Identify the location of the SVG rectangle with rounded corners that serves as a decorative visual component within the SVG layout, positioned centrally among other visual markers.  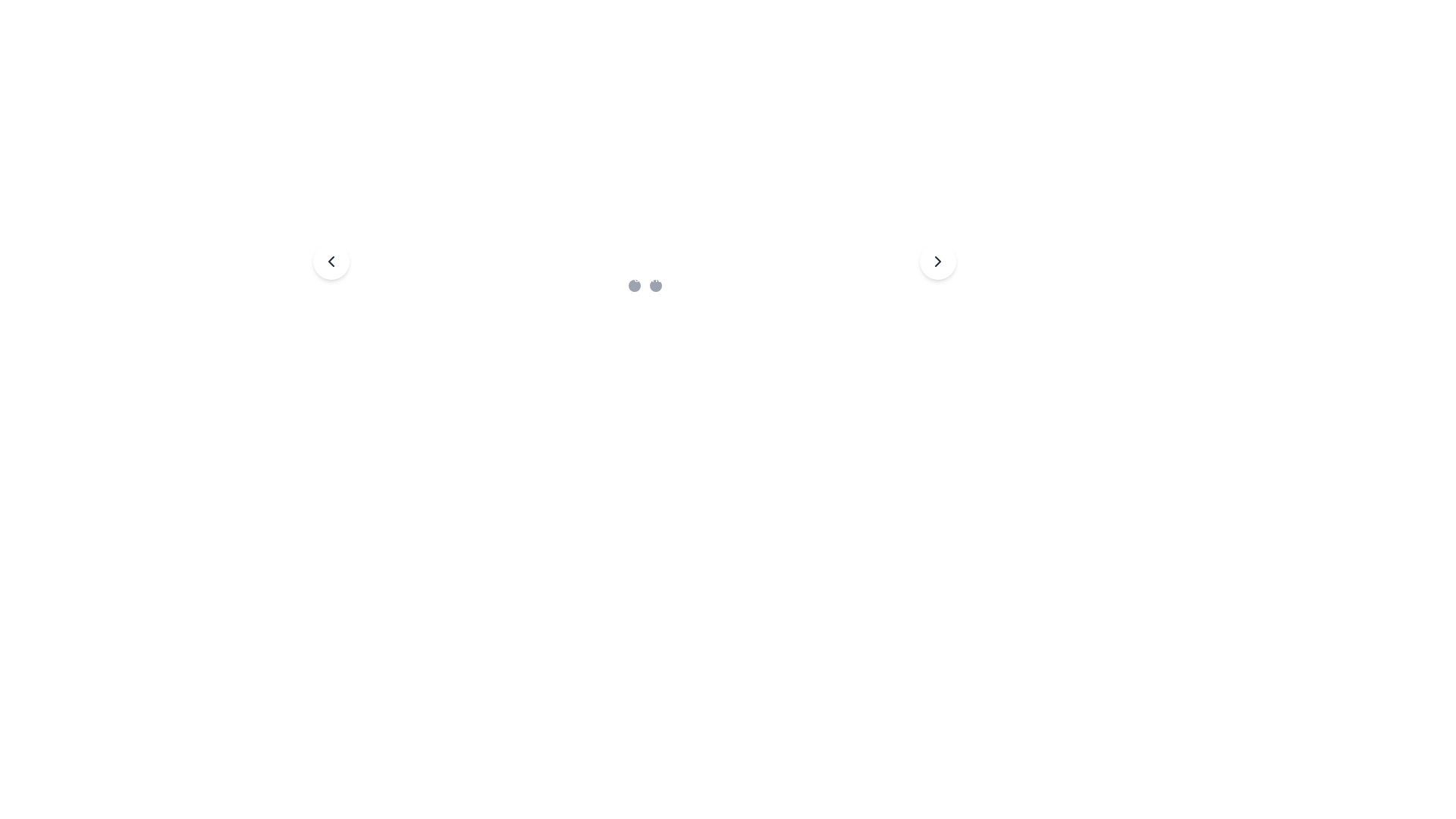
(613, 245).